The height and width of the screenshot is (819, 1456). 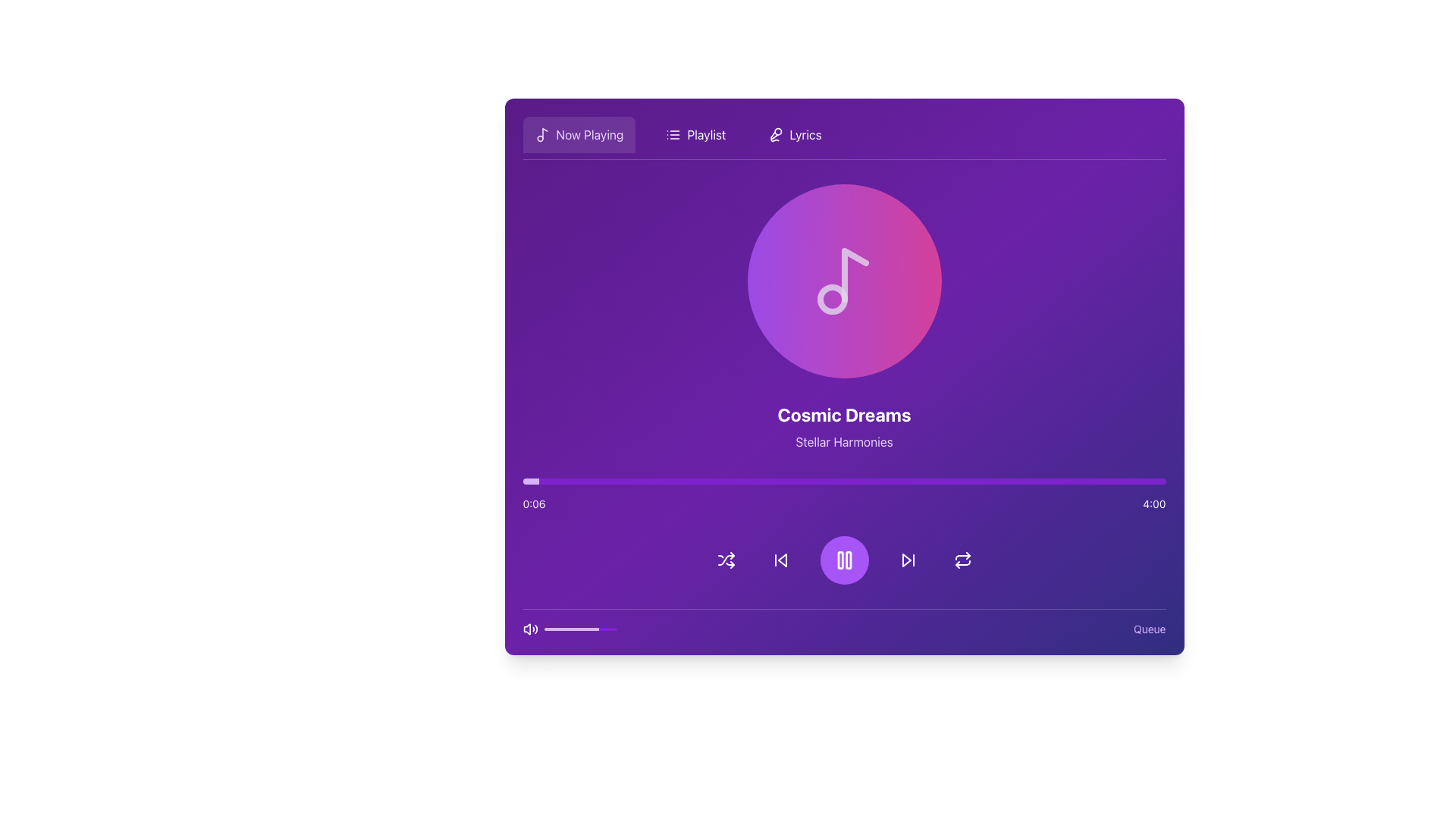 What do you see at coordinates (1096, 482) in the screenshot?
I see `the playback position` at bounding box center [1096, 482].